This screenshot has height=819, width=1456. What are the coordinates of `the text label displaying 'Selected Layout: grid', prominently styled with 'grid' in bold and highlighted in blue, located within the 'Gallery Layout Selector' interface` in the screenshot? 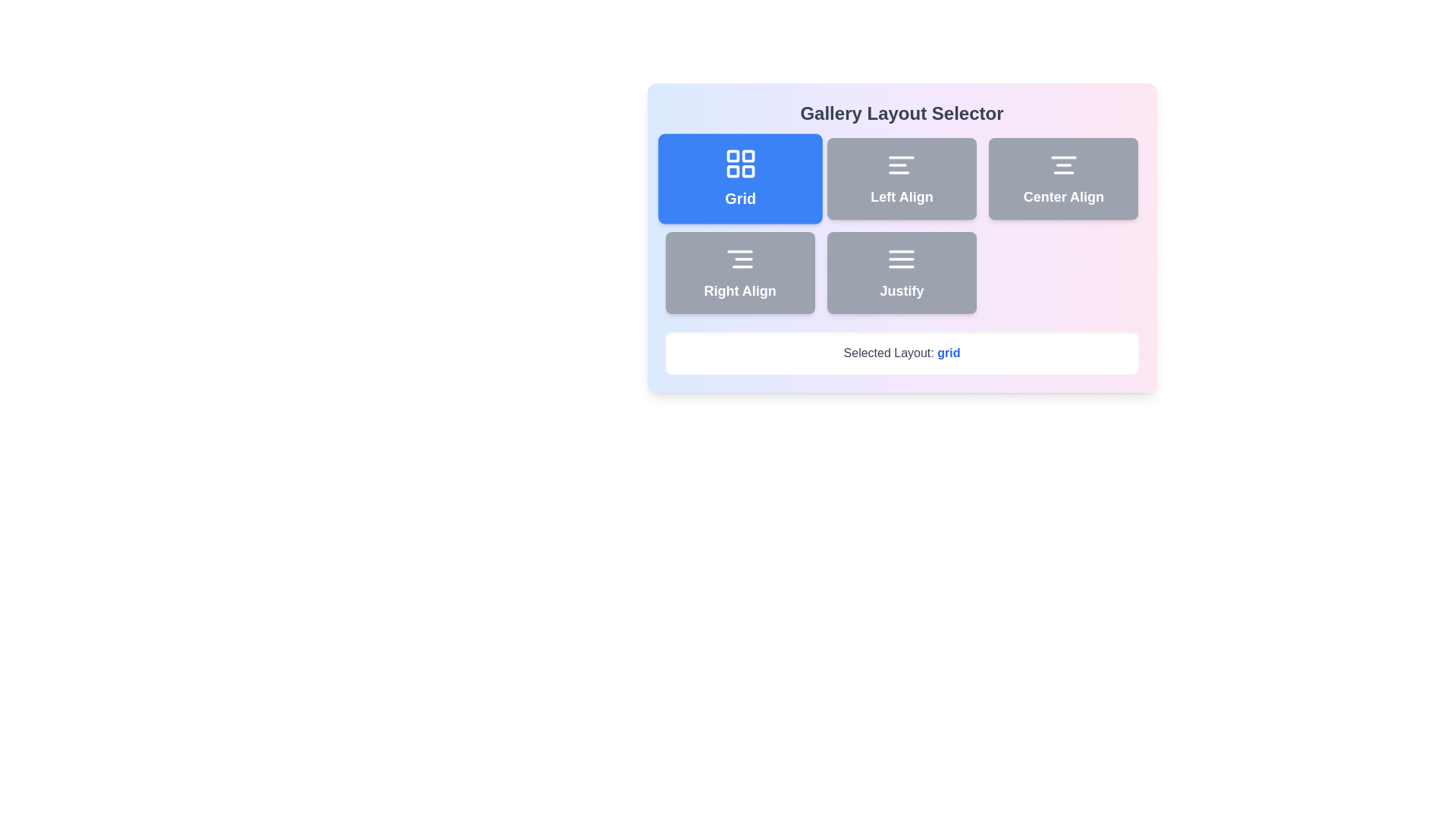 It's located at (902, 353).